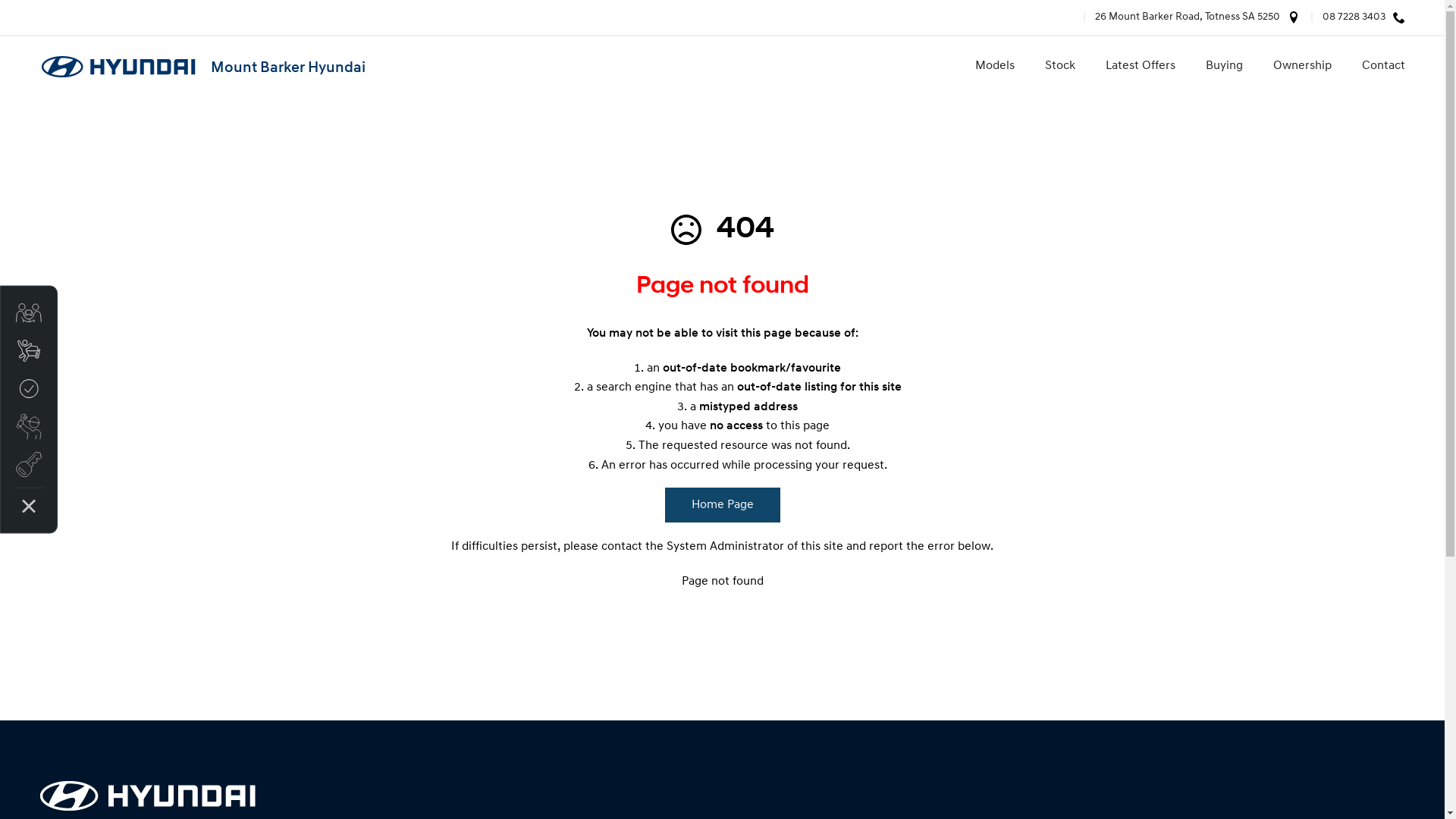 This screenshot has width=1456, height=819. Describe the element at coordinates (1090, 66) in the screenshot. I see `'Latest Offers'` at that location.